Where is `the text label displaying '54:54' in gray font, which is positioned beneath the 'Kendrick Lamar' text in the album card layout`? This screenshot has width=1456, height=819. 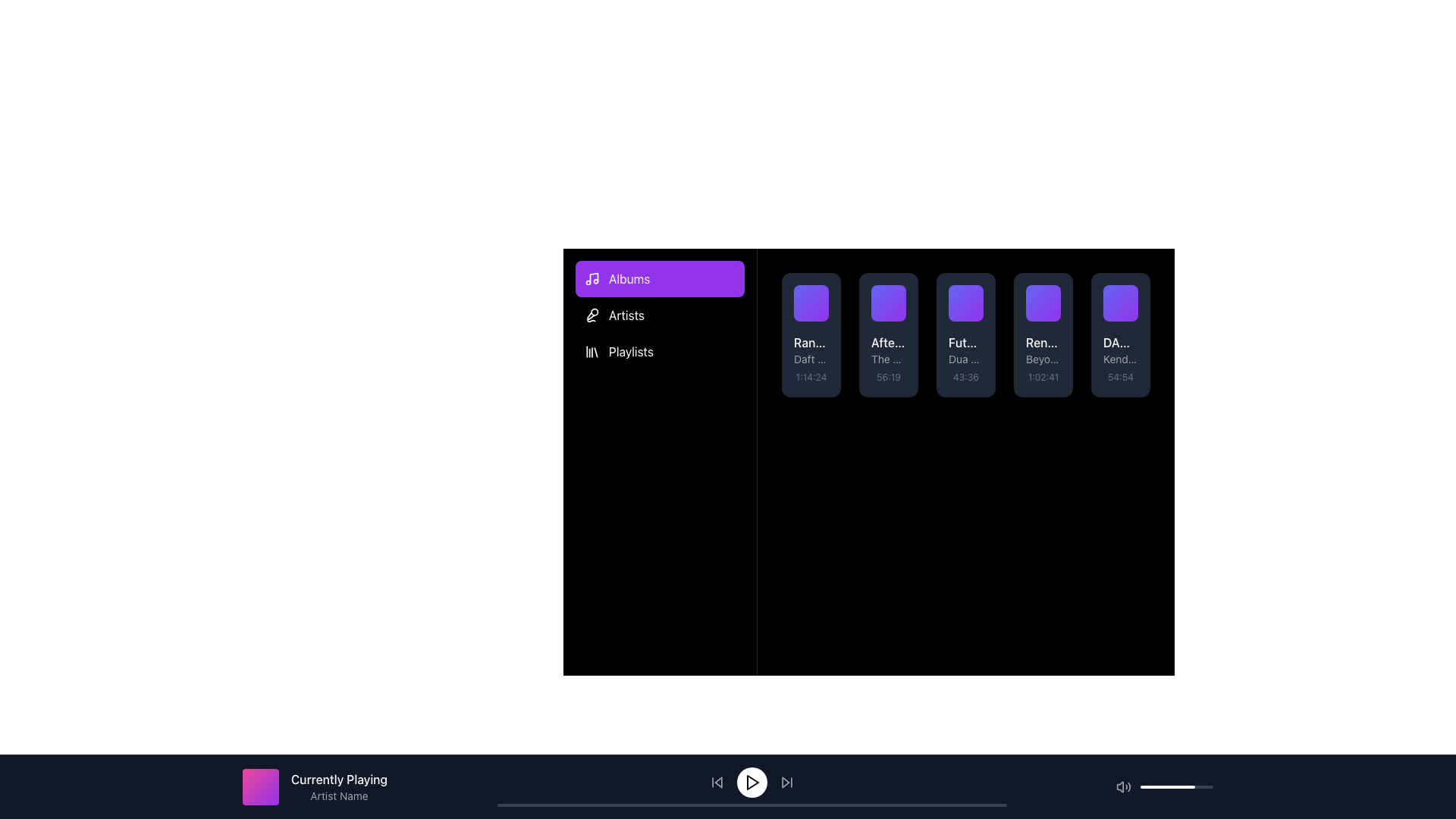
the text label displaying '54:54' in gray font, which is positioned beneath the 'Kendrick Lamar' text in the album card layout is located at coordinates (1121, 376).